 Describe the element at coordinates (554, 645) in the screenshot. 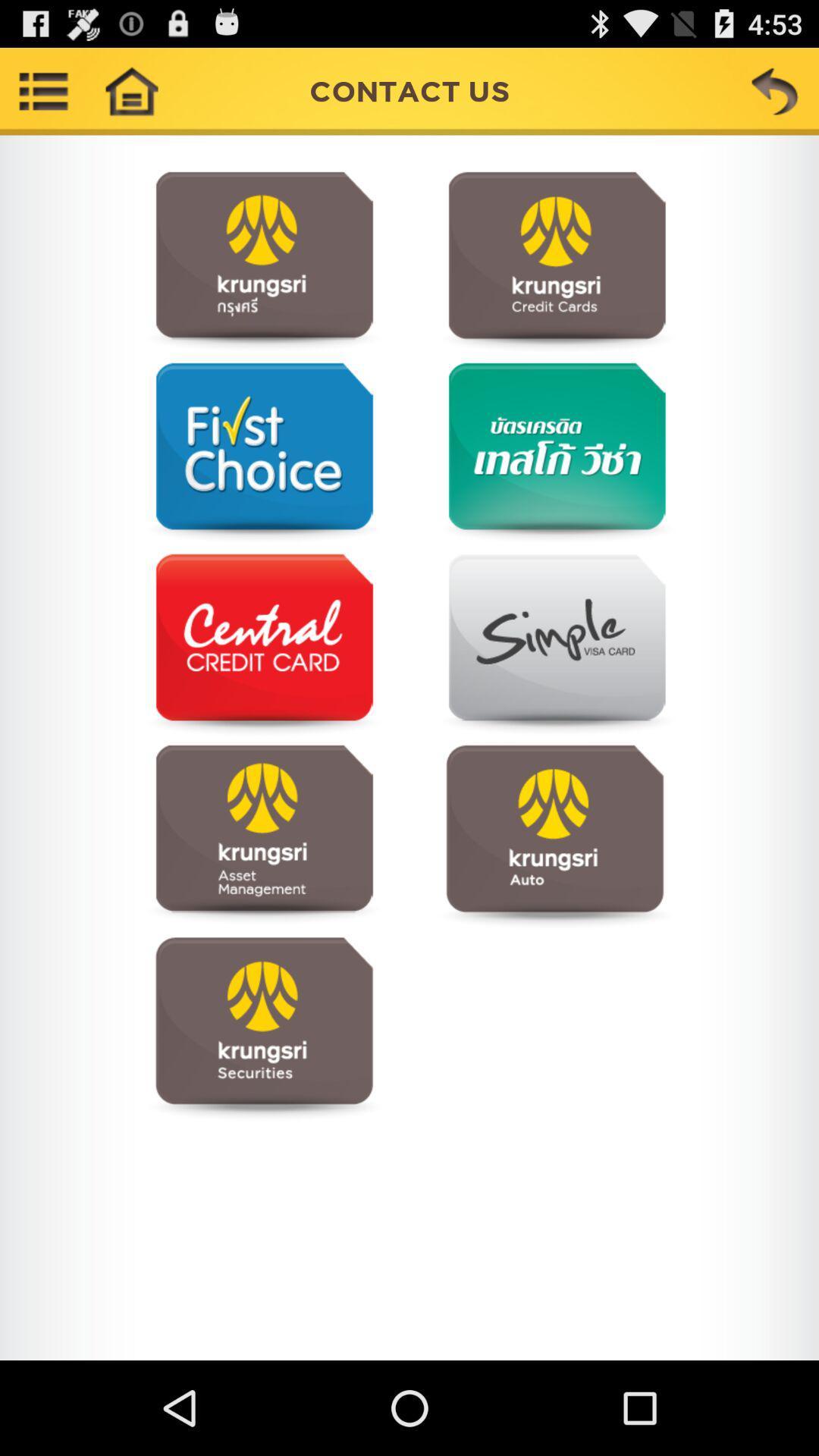

I see `simple visa option` at that location.